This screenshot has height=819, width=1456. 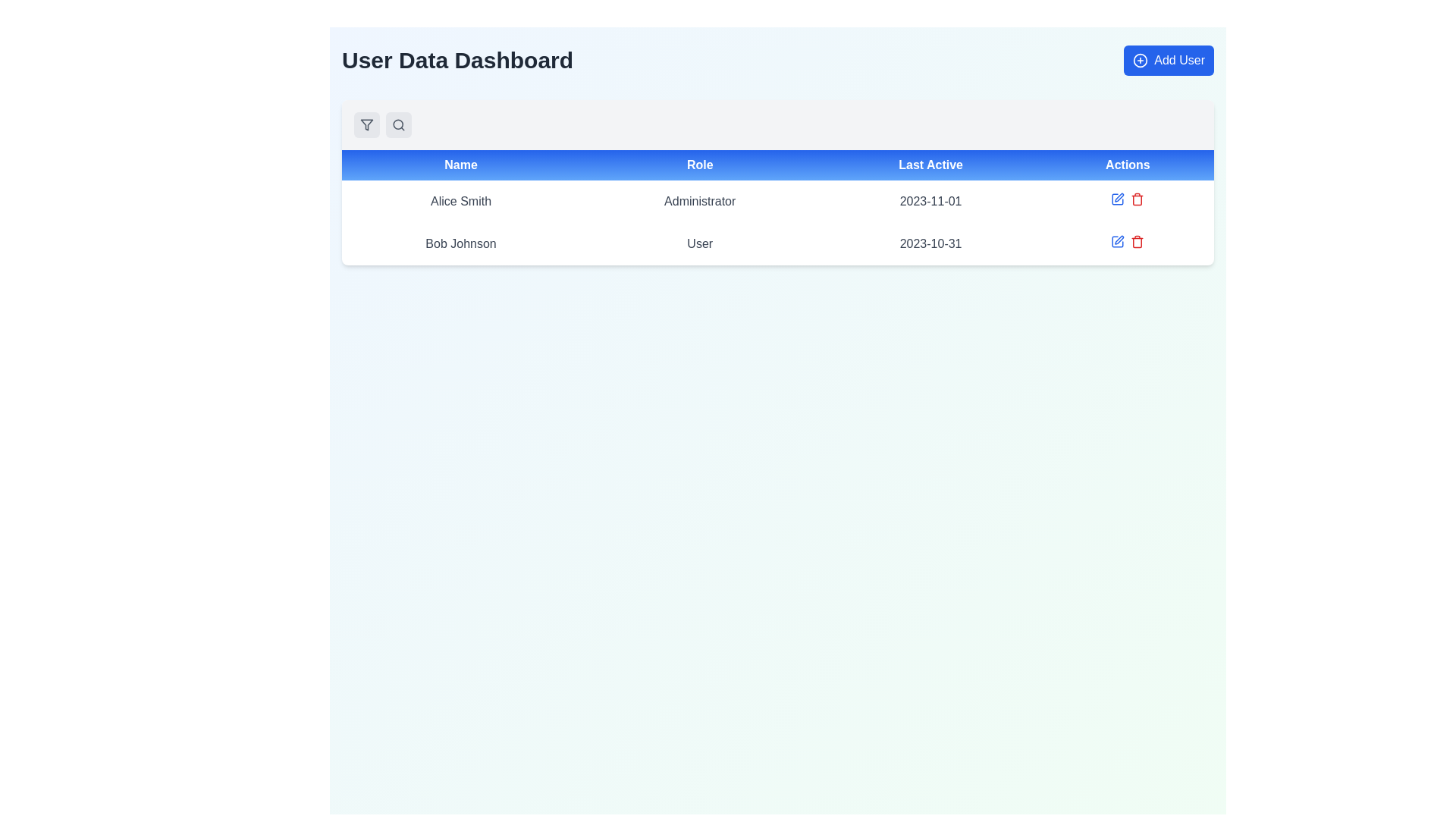 I want to click on the triangular filter icon located in the menu bar area to the left of the search icon, so click(x=367, y=124).